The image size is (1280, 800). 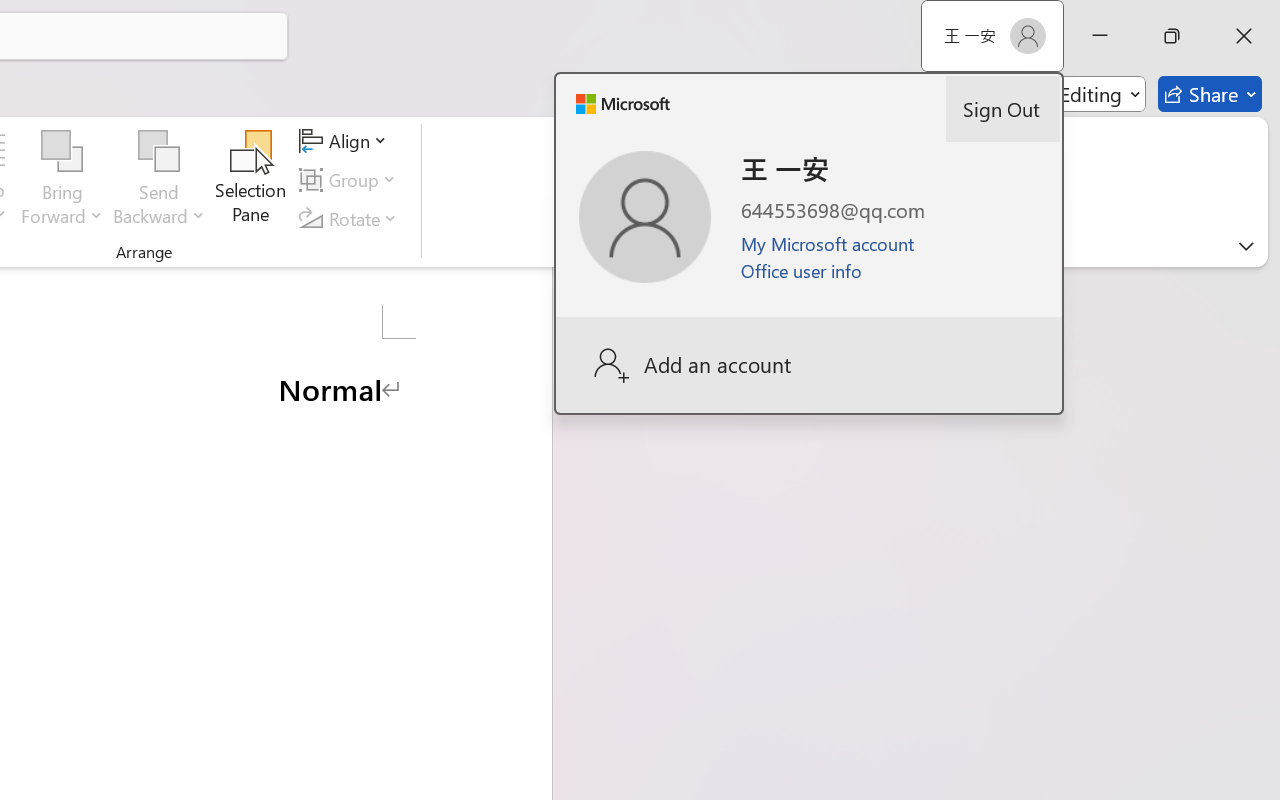 I want to click on 'Bring Forward', so click(x=62, y=179).